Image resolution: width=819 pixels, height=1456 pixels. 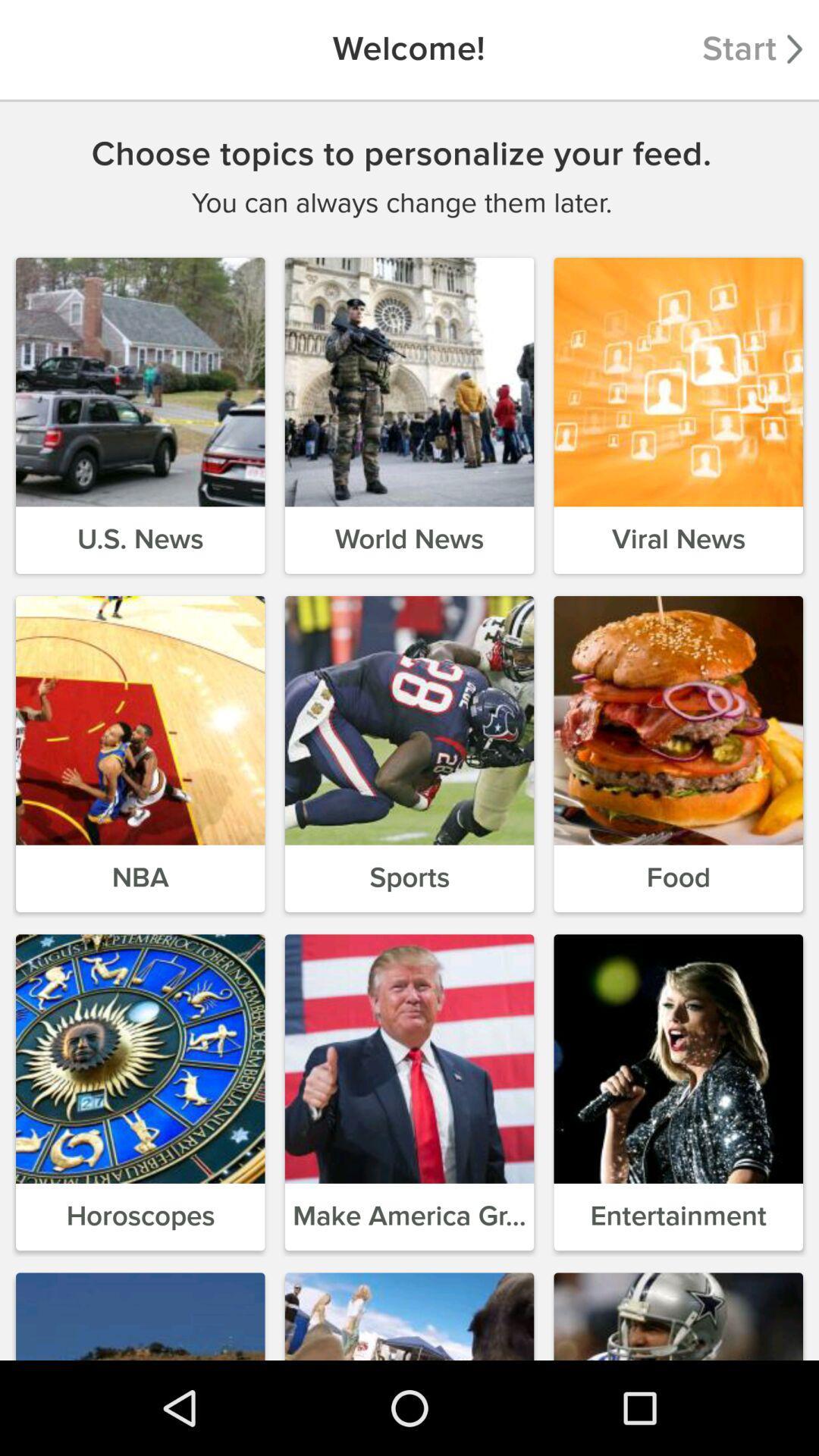 What do you see at coordinates (677, 416) in the screenshot?
I see `the third item viral news` at bounding box center [677, 416].